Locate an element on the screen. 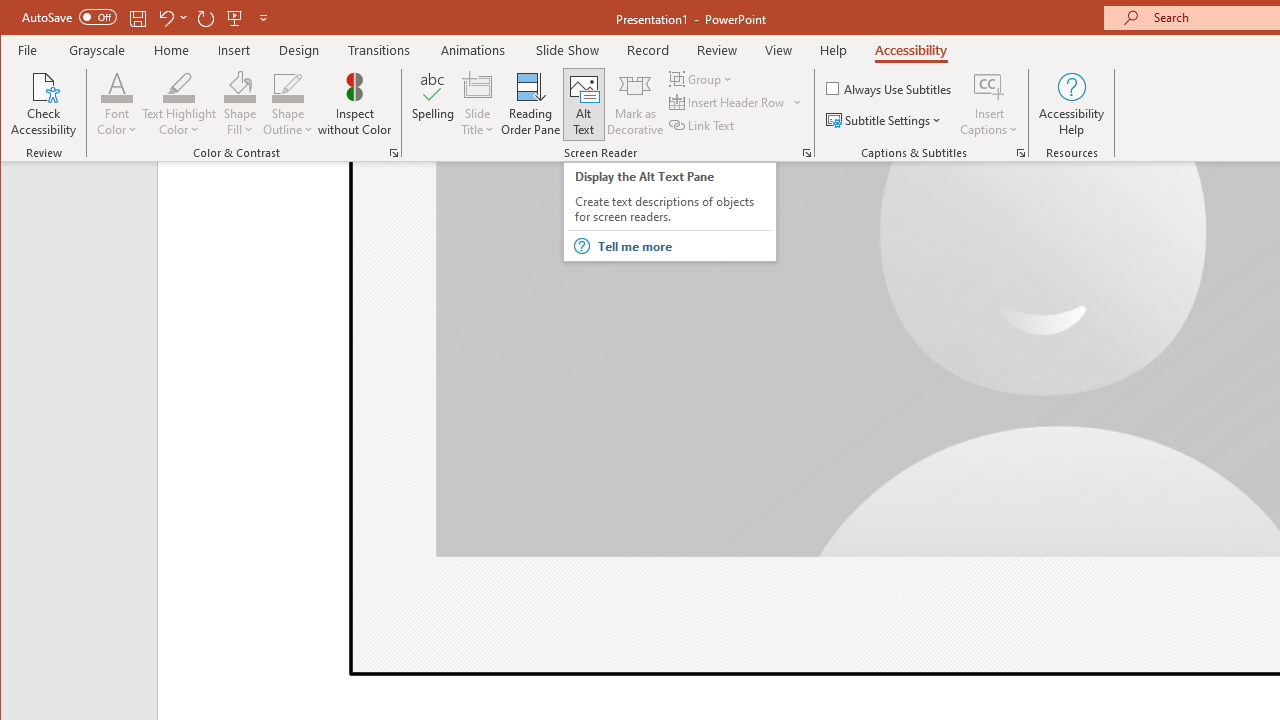 The width and height of the screenshot is (1280, 720). 'Color & Contrast' is located at coordinates (394, 152).